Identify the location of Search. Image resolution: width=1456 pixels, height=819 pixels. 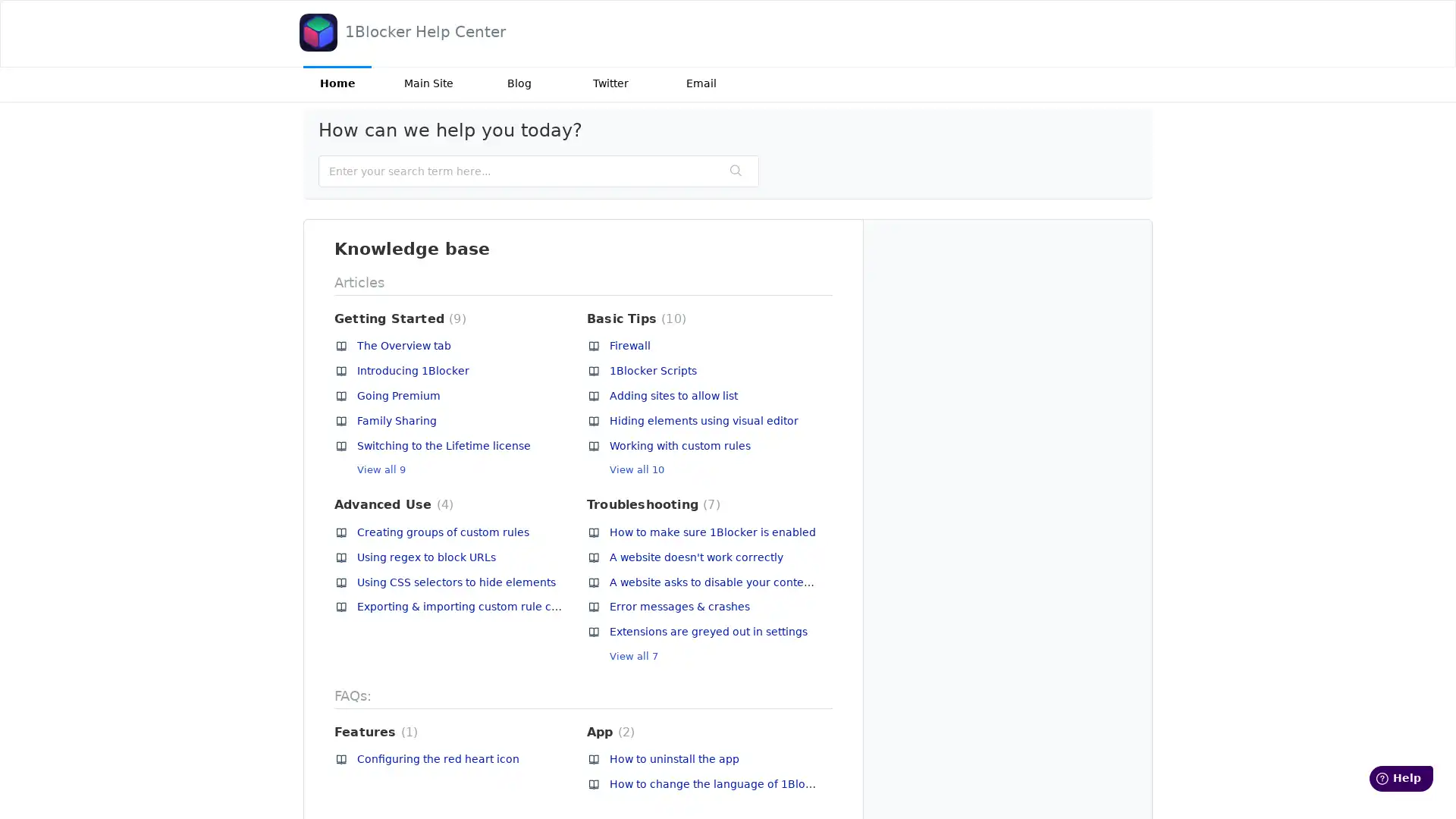
(735, 171).